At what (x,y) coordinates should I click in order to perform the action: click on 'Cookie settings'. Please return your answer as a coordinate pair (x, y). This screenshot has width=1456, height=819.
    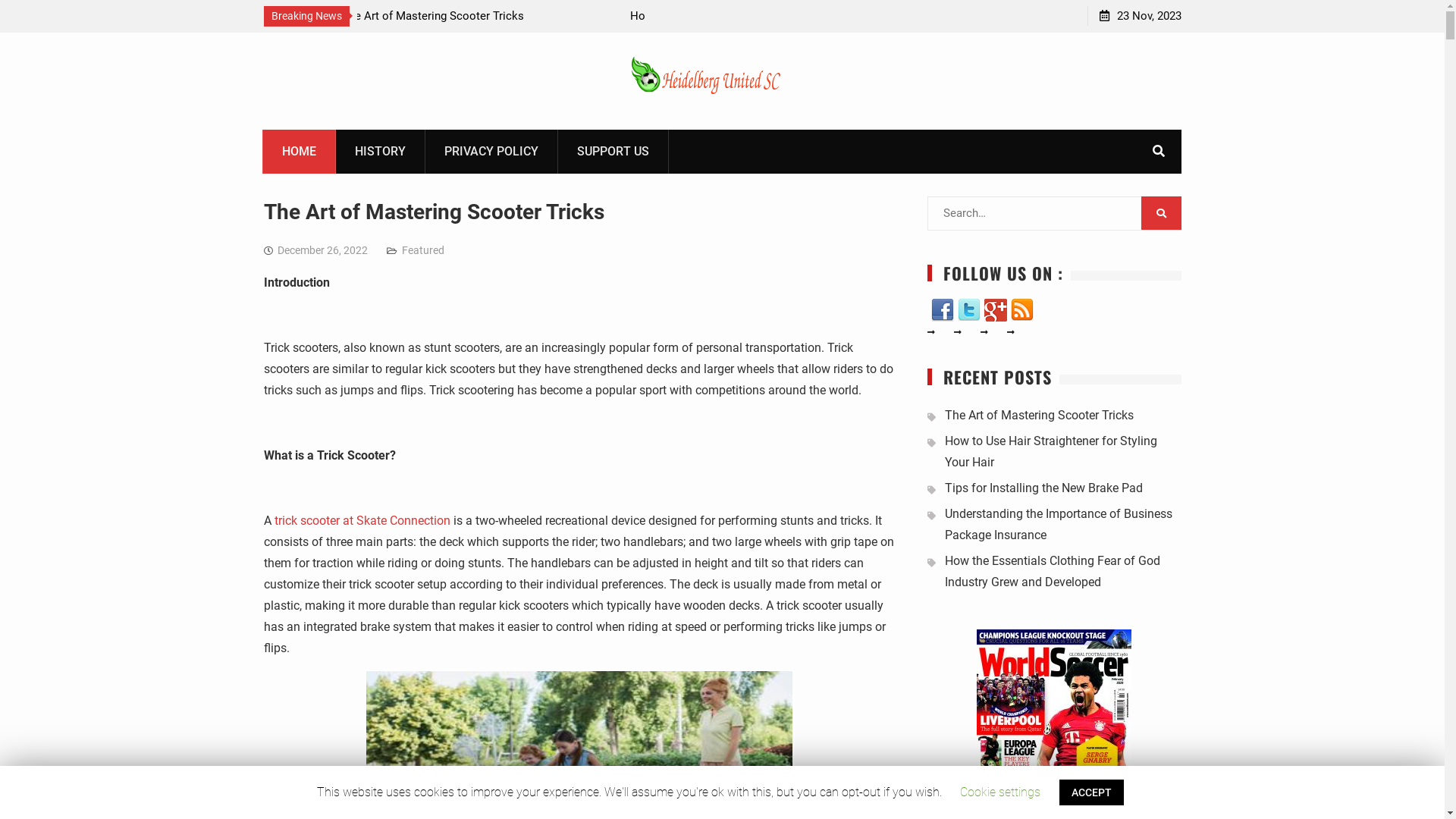
    Looking at the image, I should click on (1000, 791).